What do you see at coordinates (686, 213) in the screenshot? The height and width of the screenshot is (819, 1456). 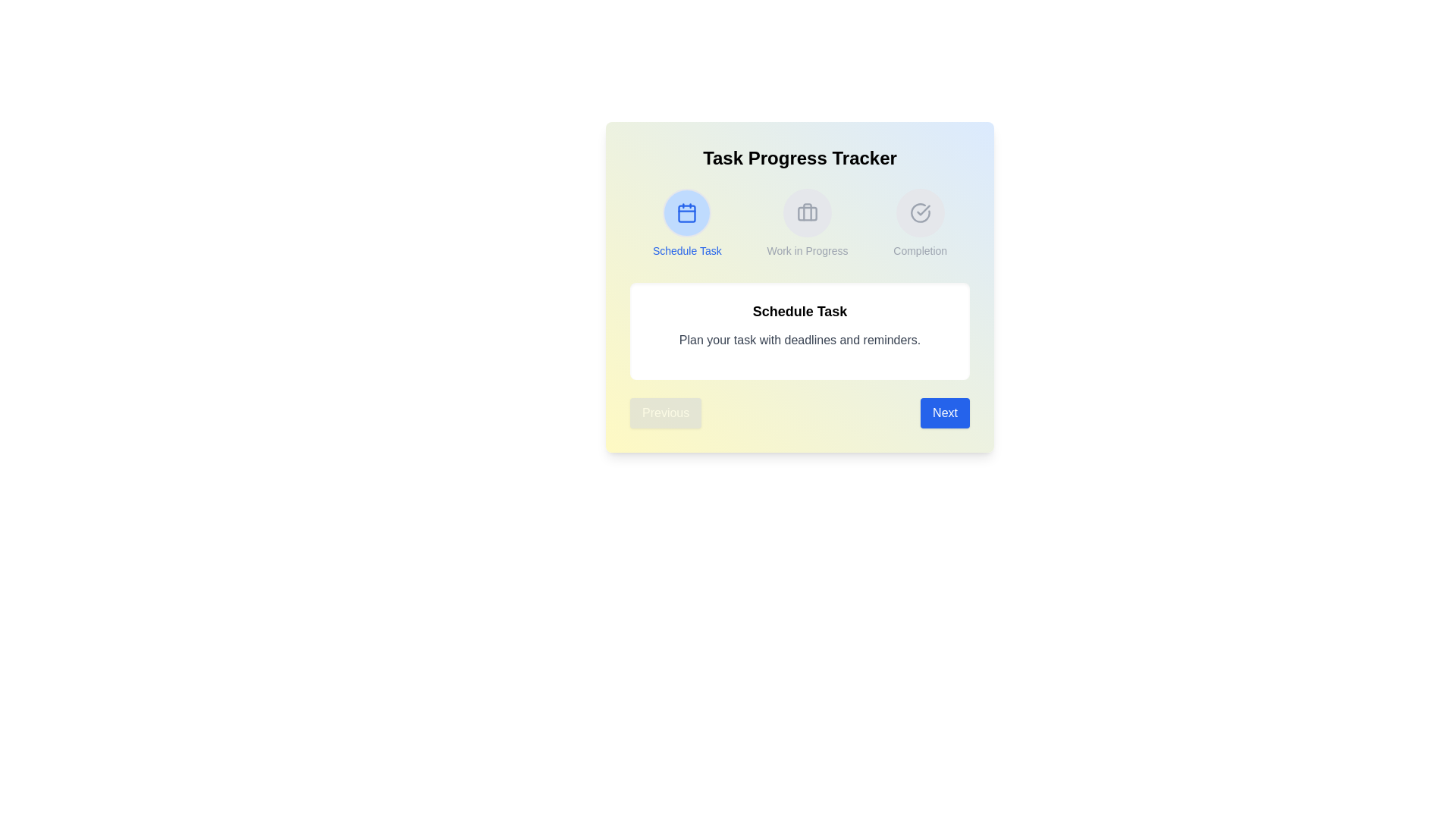 I see `the step icon corresponding to Schedule Task` at bounding box center [686, 213].